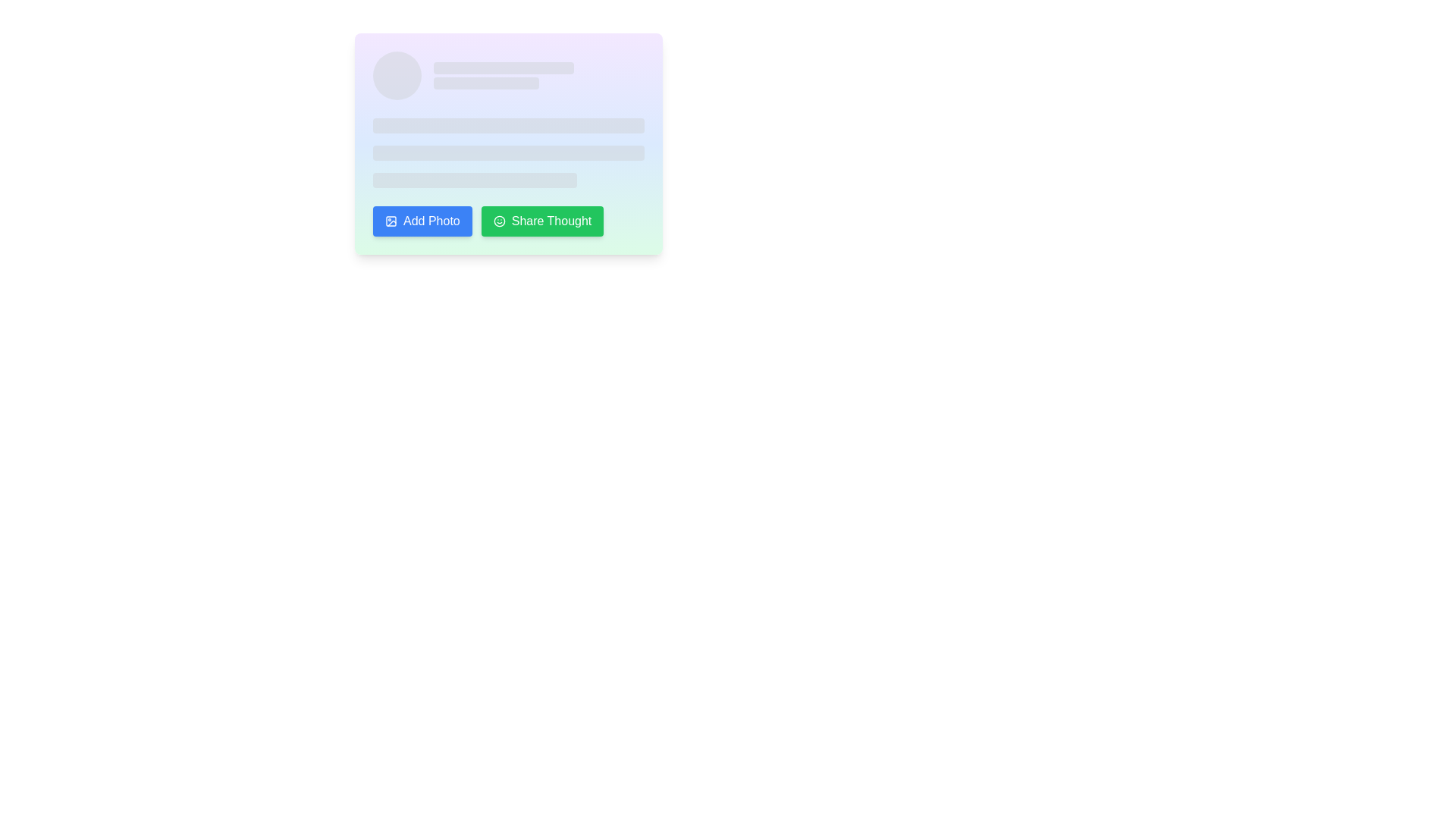 The width and height of the screenshot is (1456, 819). What do you see at coordinates (509, 152) in the screenshot?
I see `the Content placeholder group located centrally in the card, which indicates loading content and is positioned below the title area` at bounding box center [509, 152].